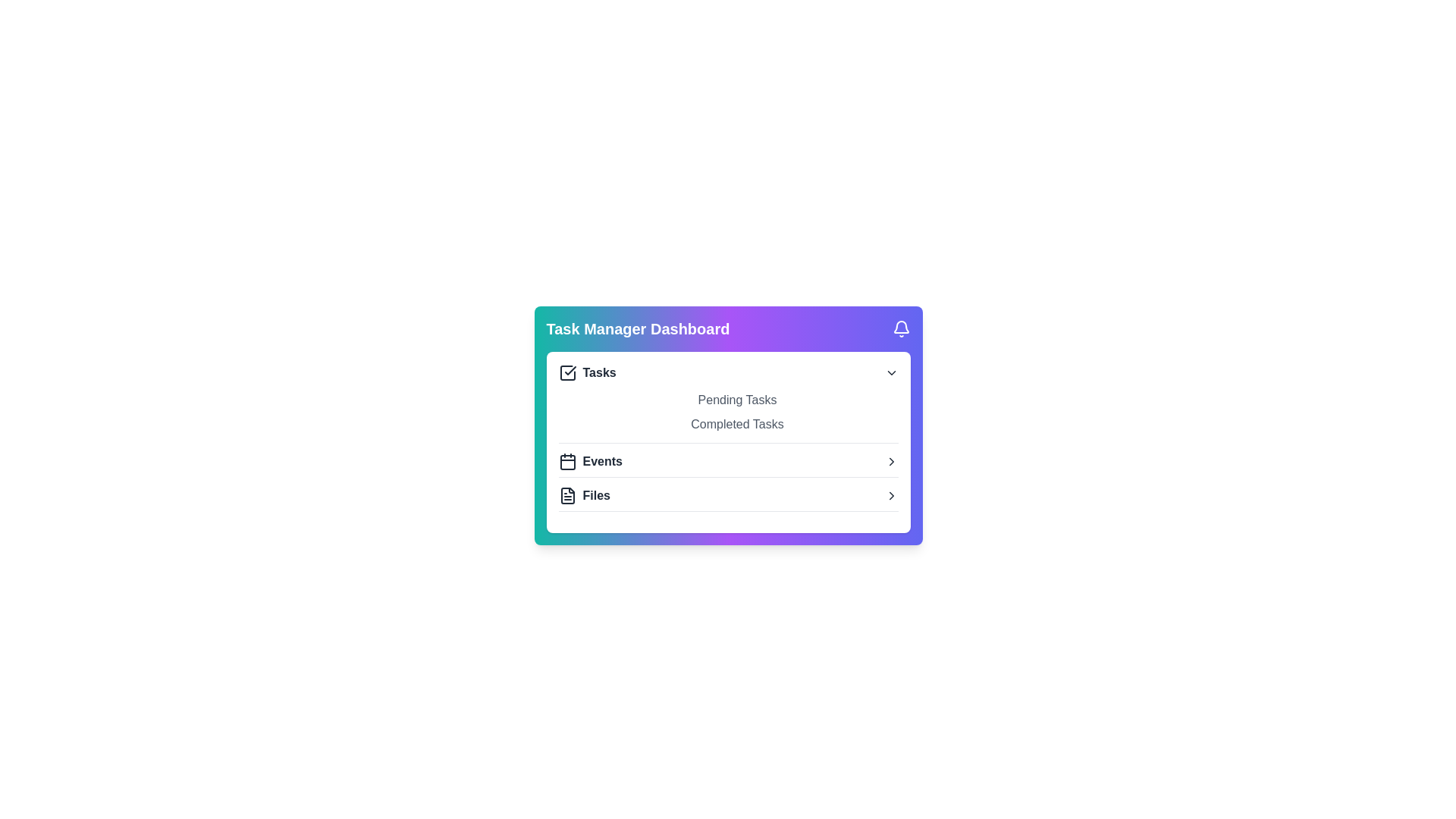  Describe the element at coordinates (891, 373) in the screenshot. I see `the downward-pointing chevron icon next to the 'Tasks' label` at that location.